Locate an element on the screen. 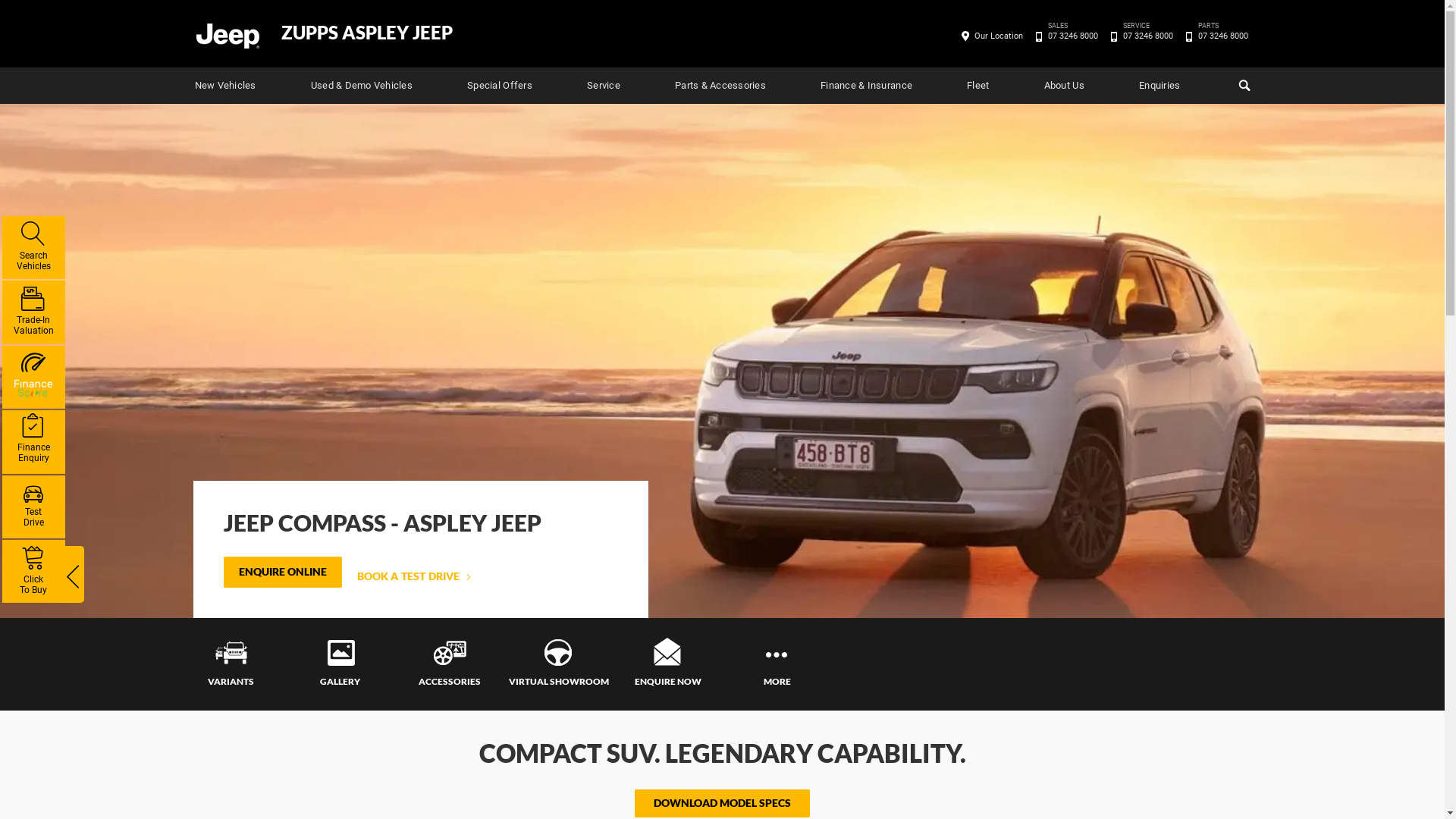 The height and width of the screenshot is (819, 1456). 'Search' is located at coordinates (1234, 85).